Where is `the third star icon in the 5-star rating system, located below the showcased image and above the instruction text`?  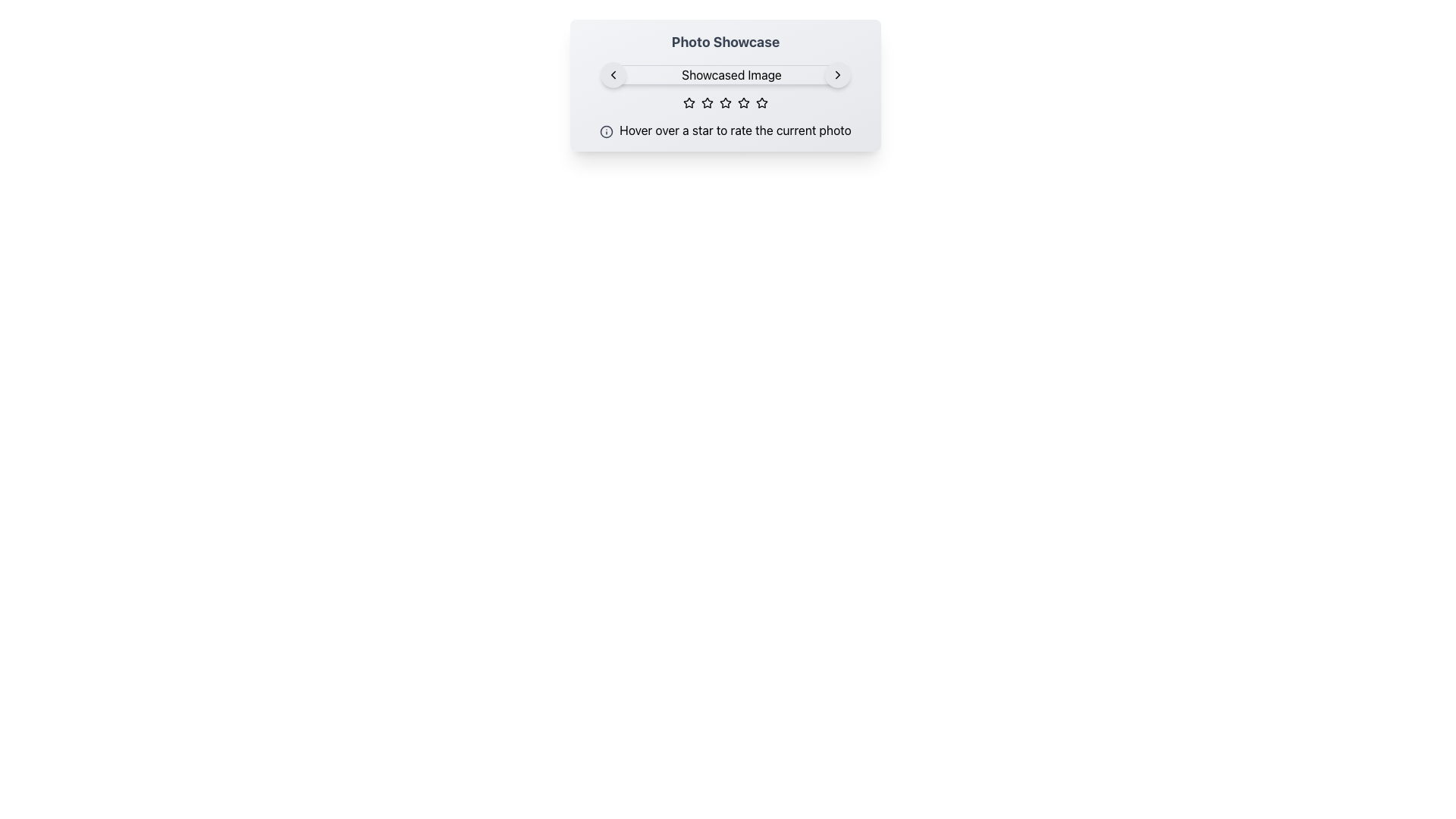
the third star icon in the 5-star rating system, located below the showcased image and above the instruction text is located at coordinates (724, 102).